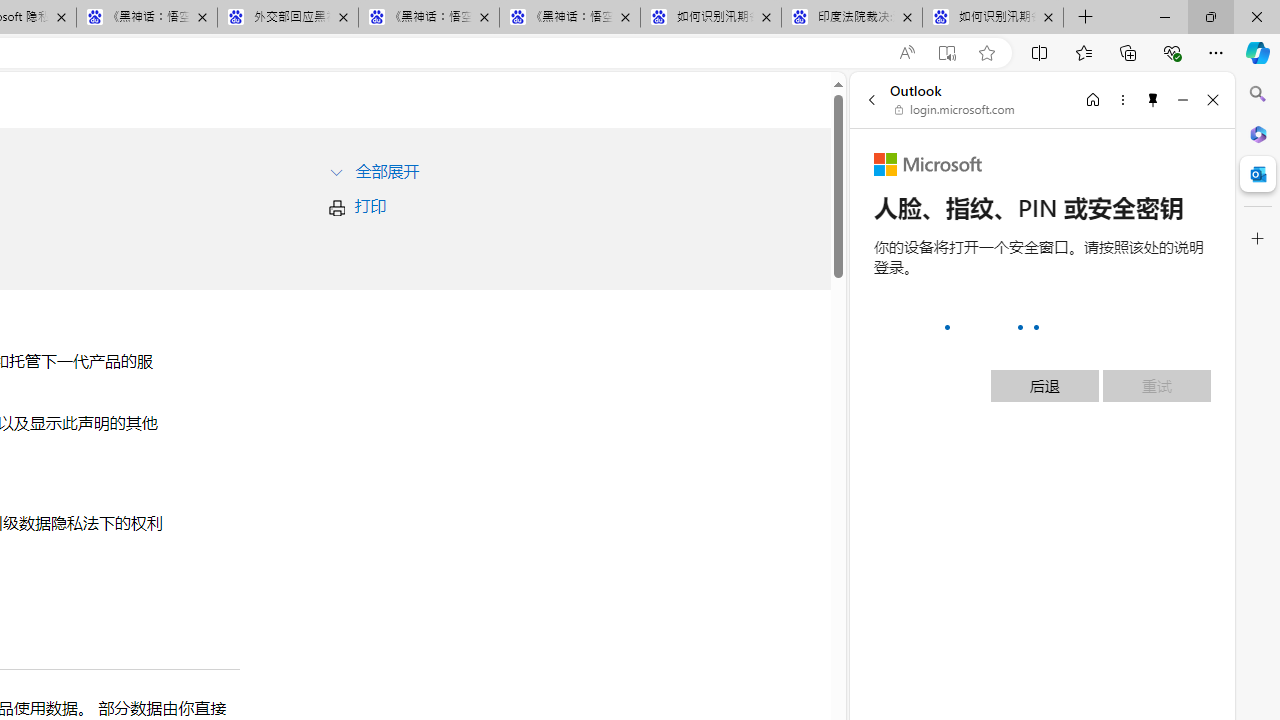 Image resolution: width=1280 pixels, height=720 pixels. I want to click on 'login.microsoft.com', so click(954, 110).